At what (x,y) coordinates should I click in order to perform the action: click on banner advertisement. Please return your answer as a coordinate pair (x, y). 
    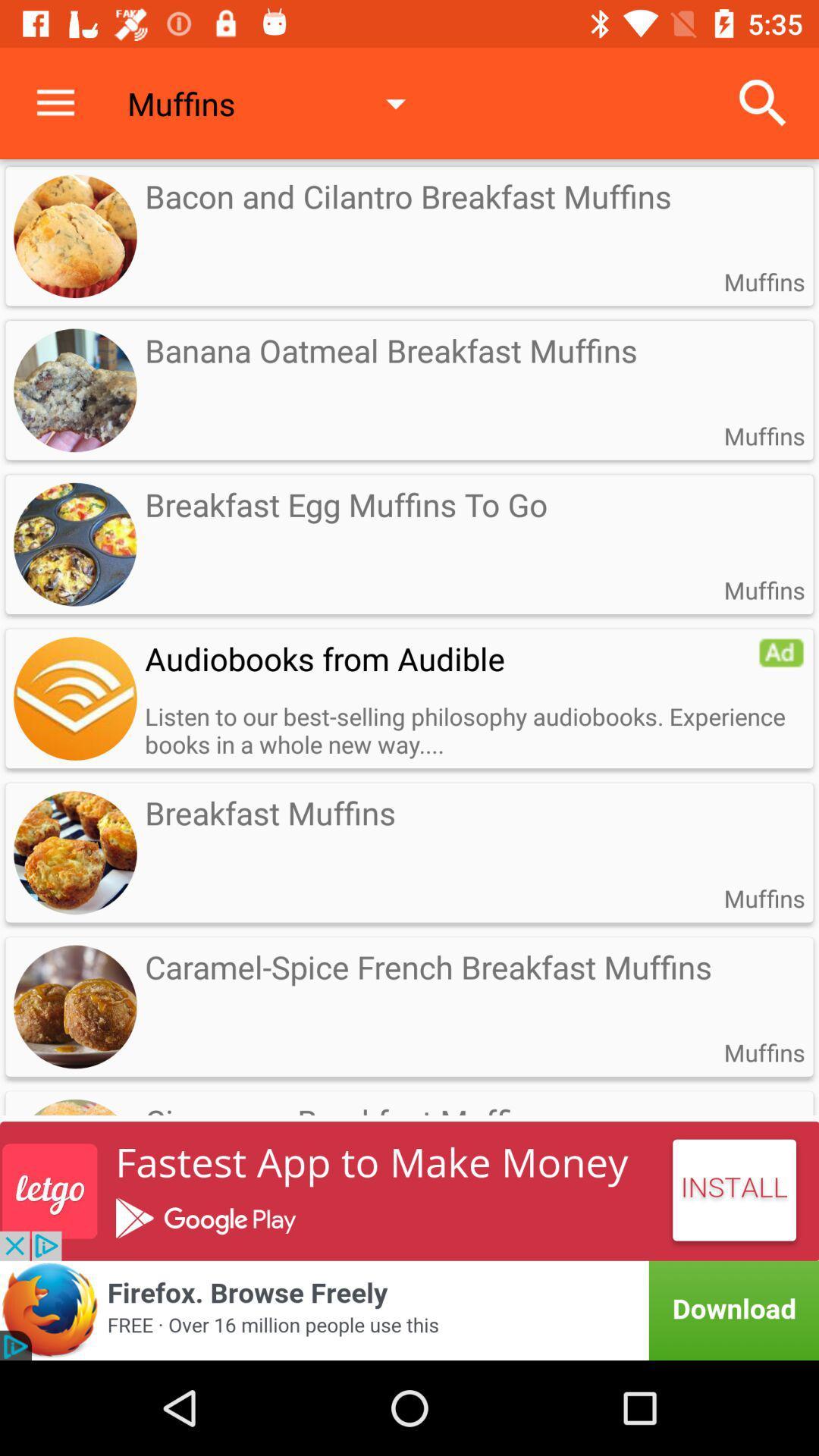
    Looking at the image, I should click on (409, 1190).